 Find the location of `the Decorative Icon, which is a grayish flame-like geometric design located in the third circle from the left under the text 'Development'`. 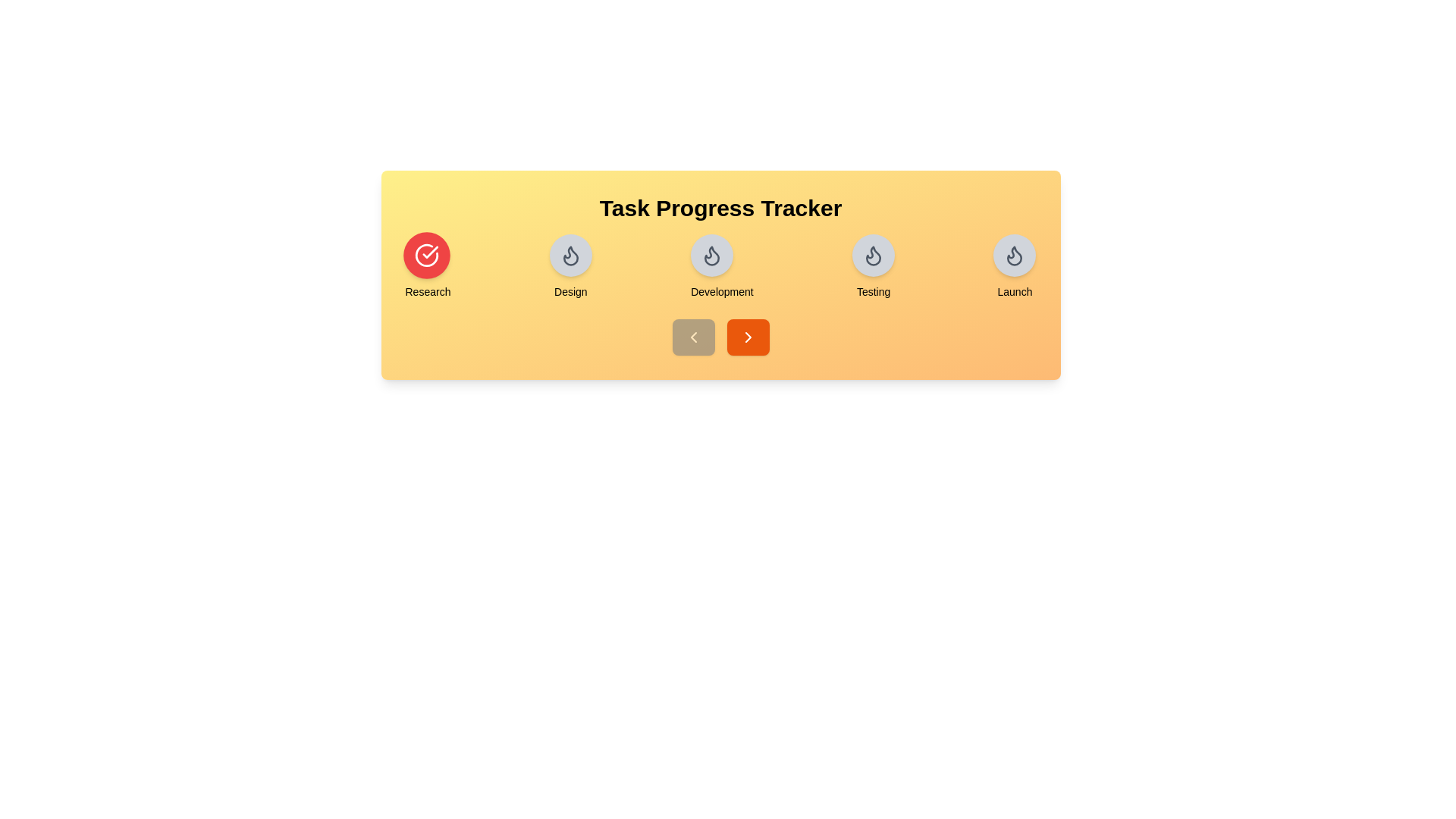

the Decorative Icon, which is a grayish flame-like geometric design located in the third circle from the left under the text 'Development' is located at coordinates (874, 255).